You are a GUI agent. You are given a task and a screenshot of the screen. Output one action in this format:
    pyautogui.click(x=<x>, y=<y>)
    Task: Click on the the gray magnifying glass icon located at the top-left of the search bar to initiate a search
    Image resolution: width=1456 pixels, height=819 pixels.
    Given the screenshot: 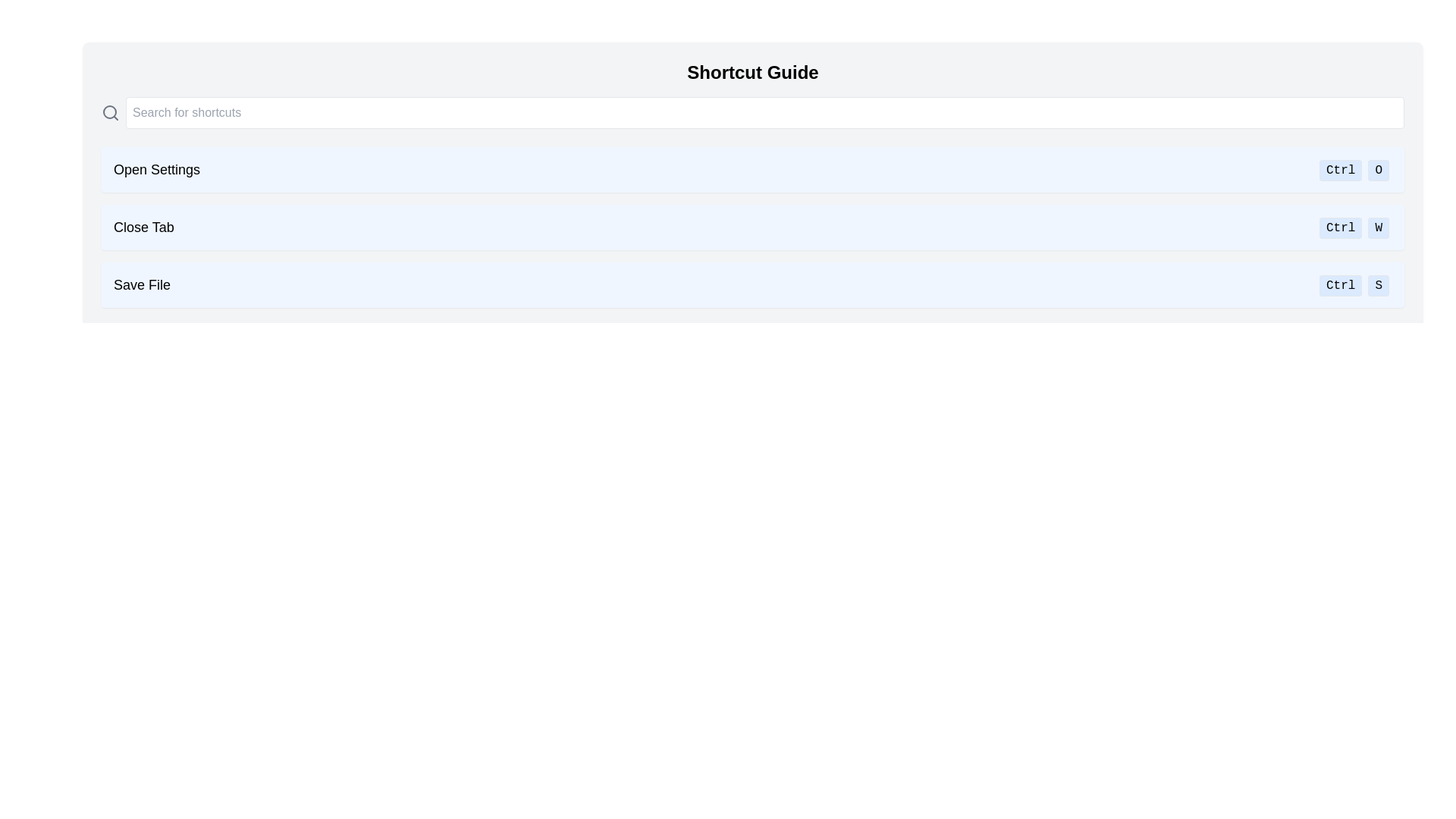 What is the action you would take?
    pyautogui.click(x=109, y=112)
    